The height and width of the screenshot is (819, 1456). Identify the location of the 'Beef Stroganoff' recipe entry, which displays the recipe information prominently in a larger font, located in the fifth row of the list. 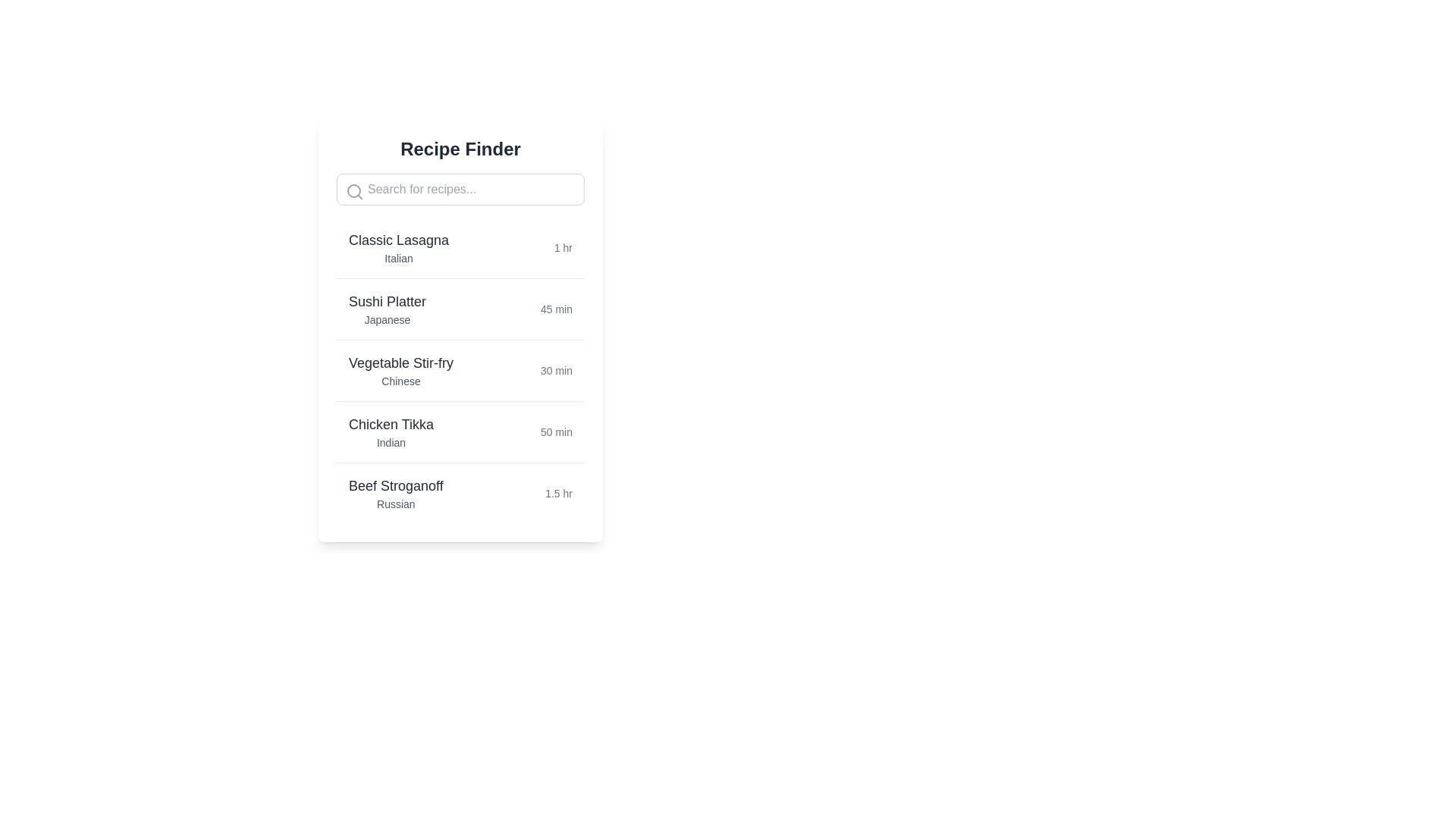
(460, 493).